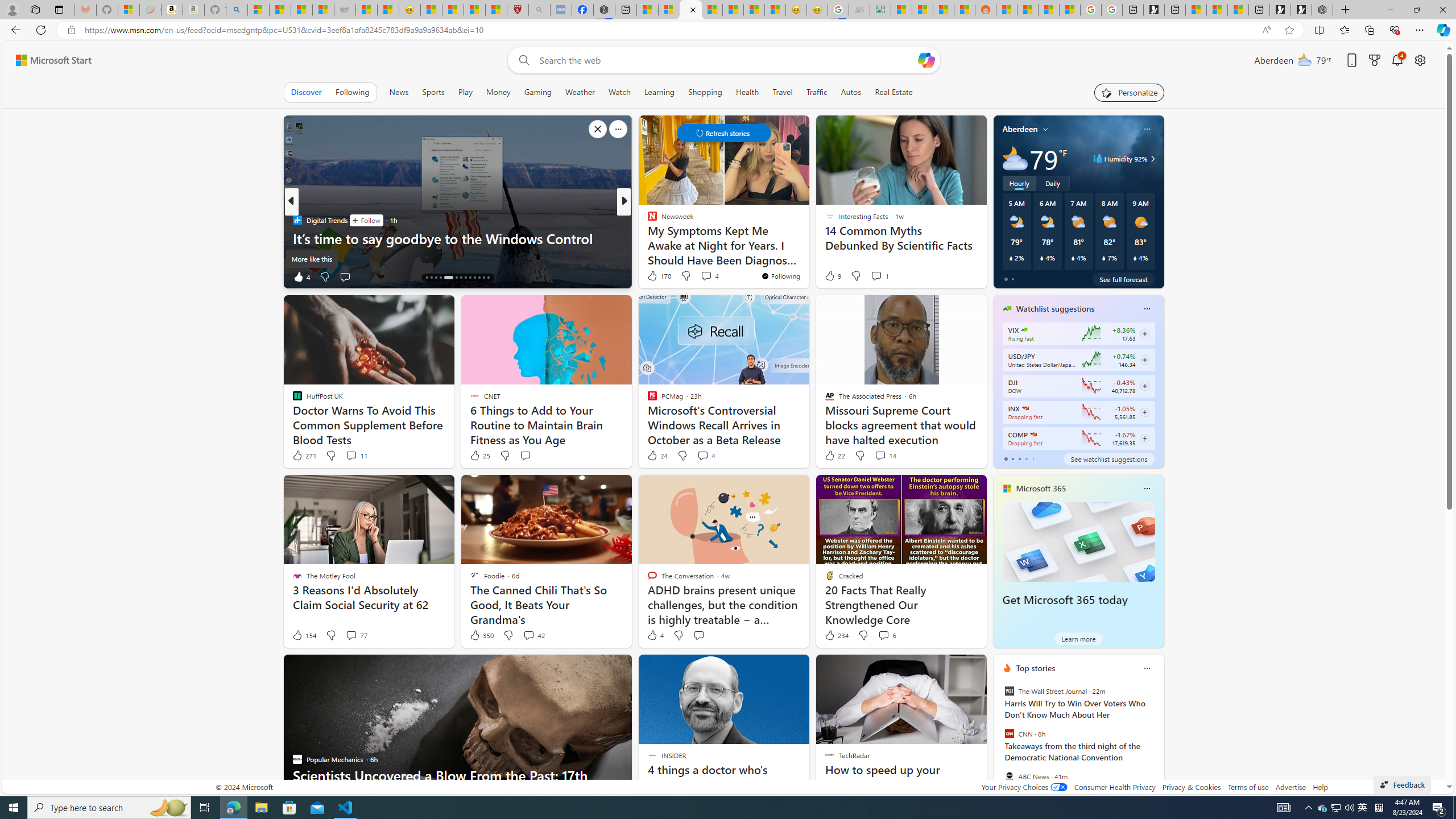 The width and height of the screenshot is (1456, 819). What do you see at coordinates (656, 455) in the screenshot?
I see `'24 Like'` at bounding box center [656, 455].